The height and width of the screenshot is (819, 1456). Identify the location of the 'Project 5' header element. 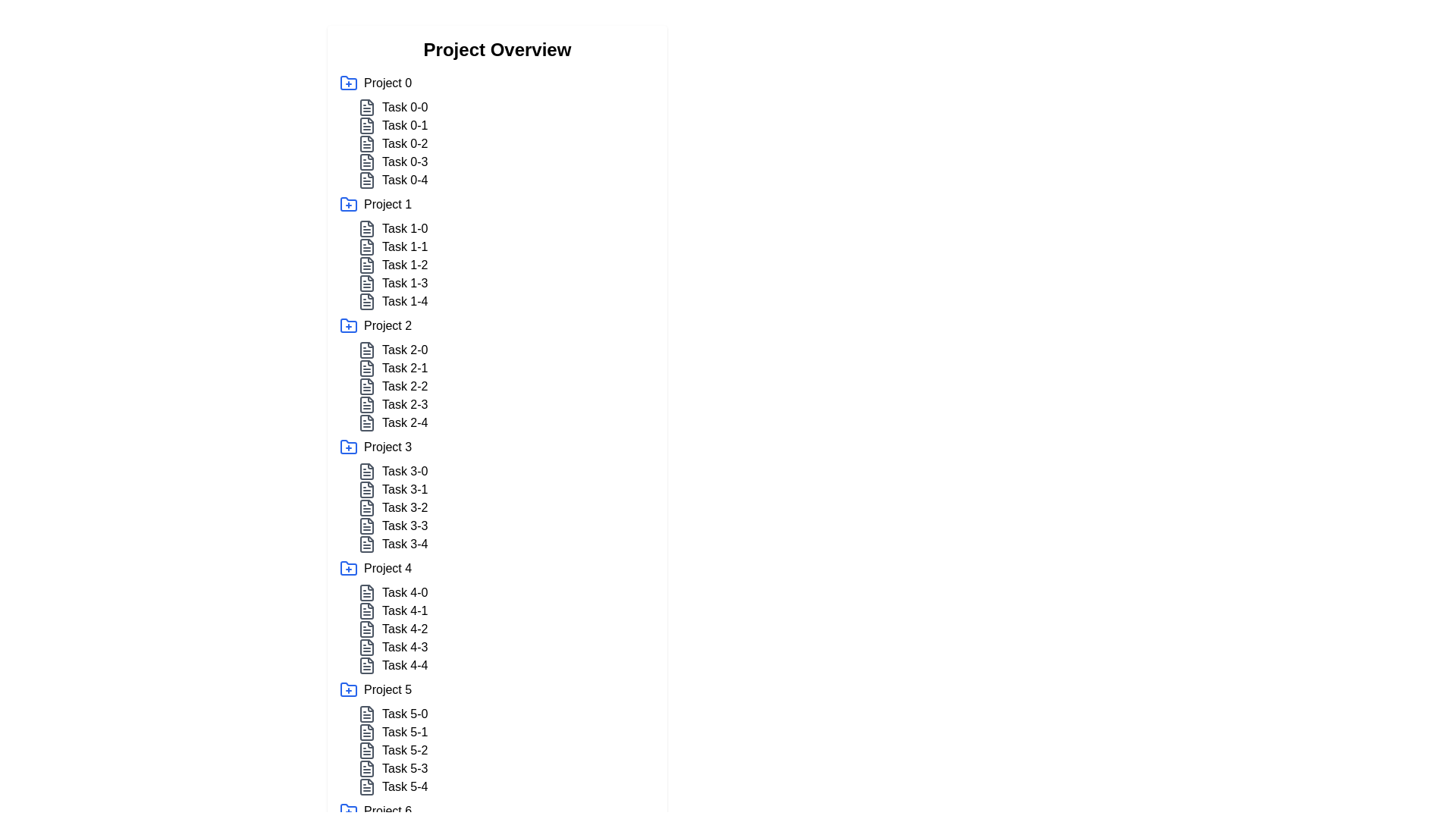
(497, 690).